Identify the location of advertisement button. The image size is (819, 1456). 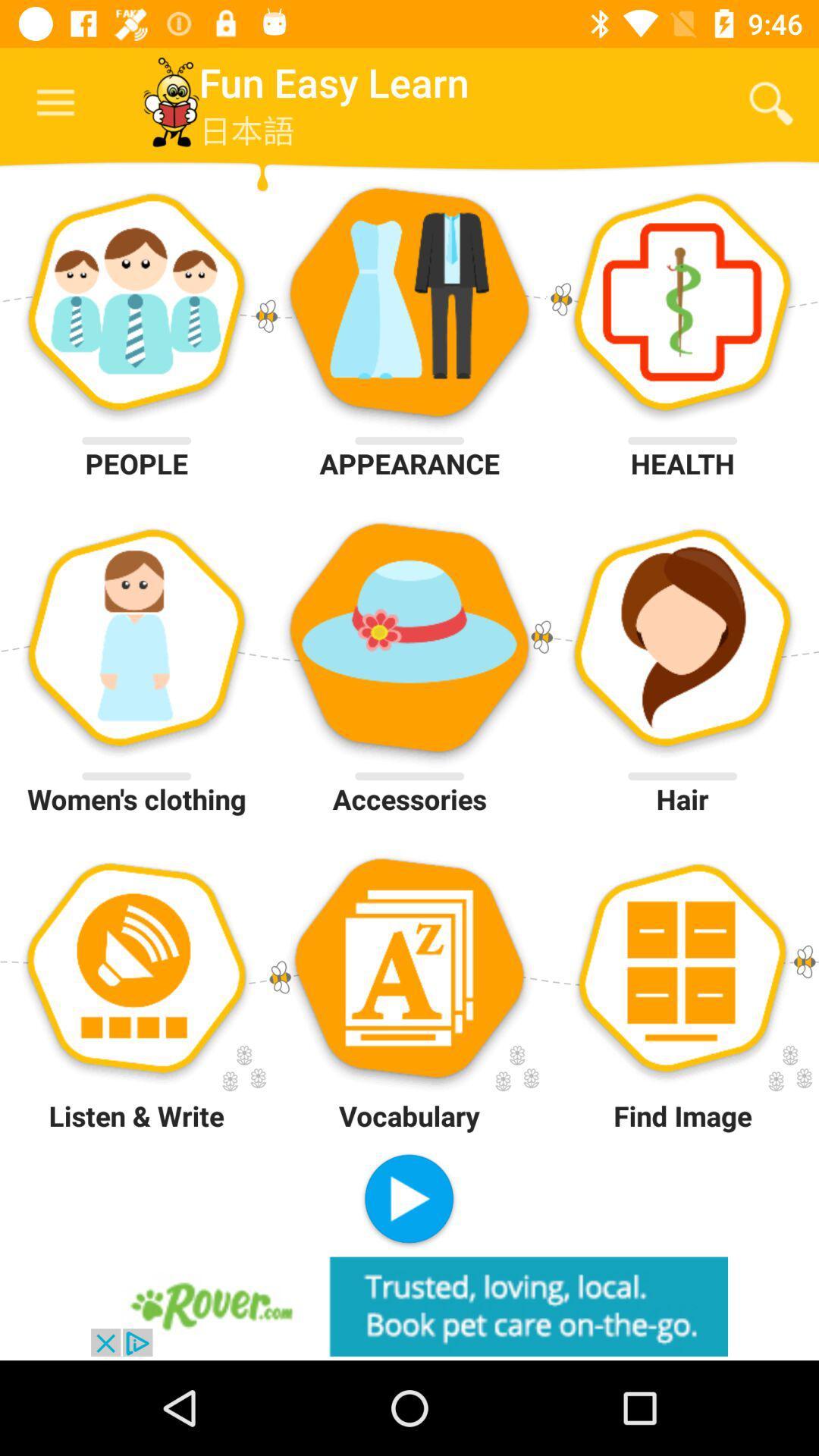
(409, 1306).